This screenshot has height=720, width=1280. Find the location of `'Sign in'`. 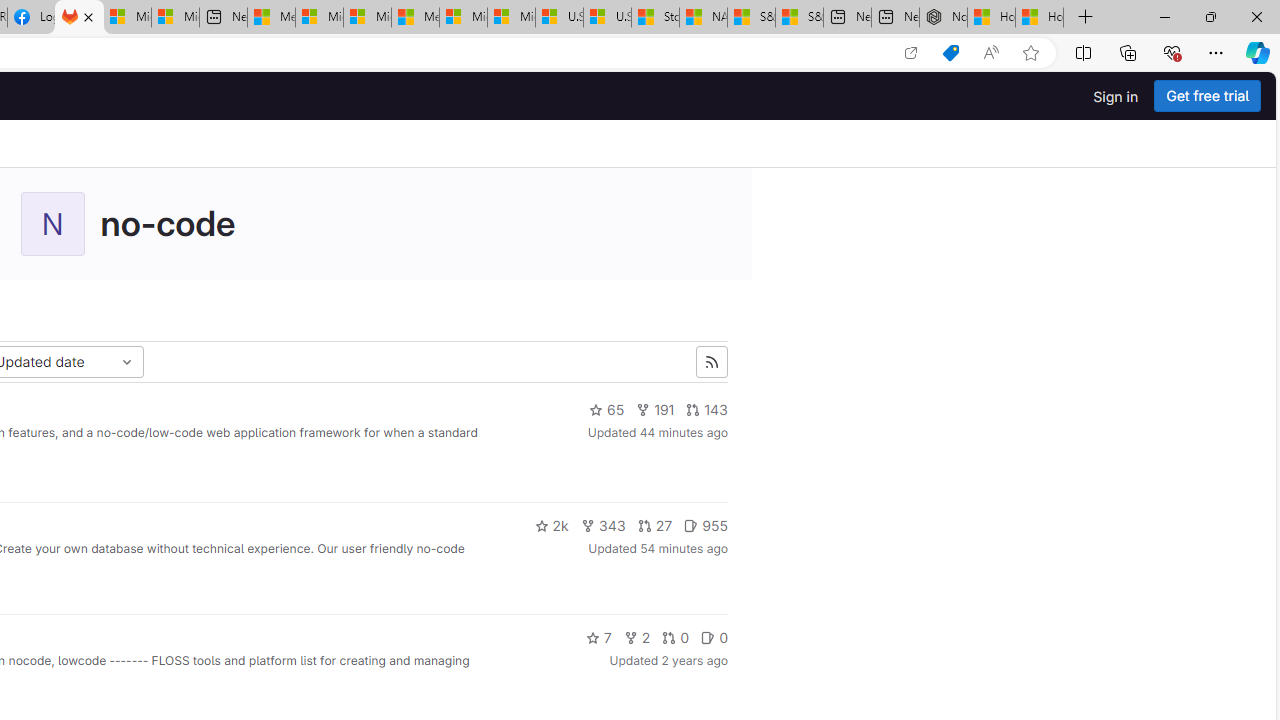

'Sign in' is located at coordinates (1115, 96).